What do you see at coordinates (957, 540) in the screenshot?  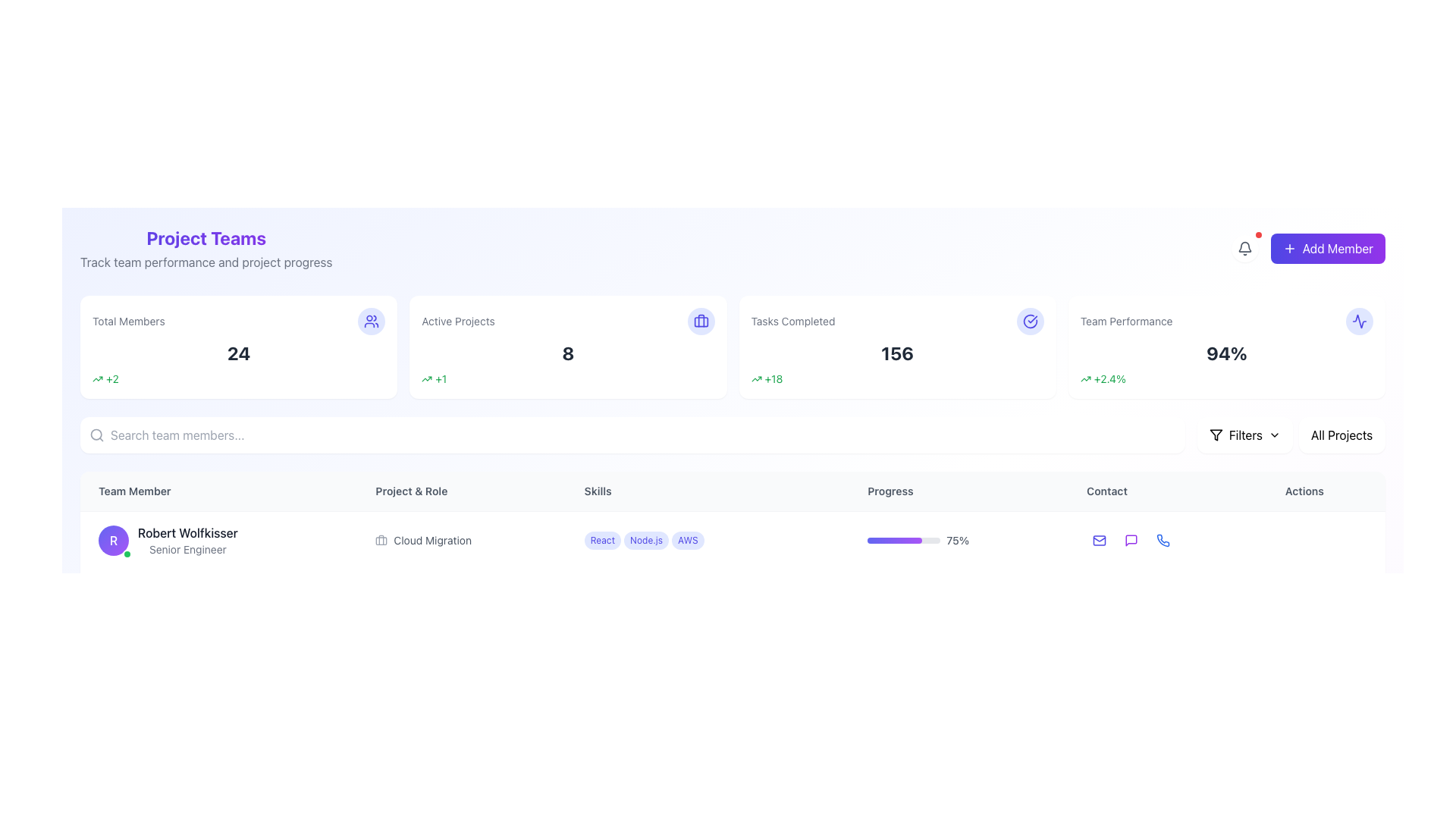 I see `the text label displaying '75%' that is positioned to the right of the progress bar in the 'Progress' column of the table row` at bounding box center [957, 540].